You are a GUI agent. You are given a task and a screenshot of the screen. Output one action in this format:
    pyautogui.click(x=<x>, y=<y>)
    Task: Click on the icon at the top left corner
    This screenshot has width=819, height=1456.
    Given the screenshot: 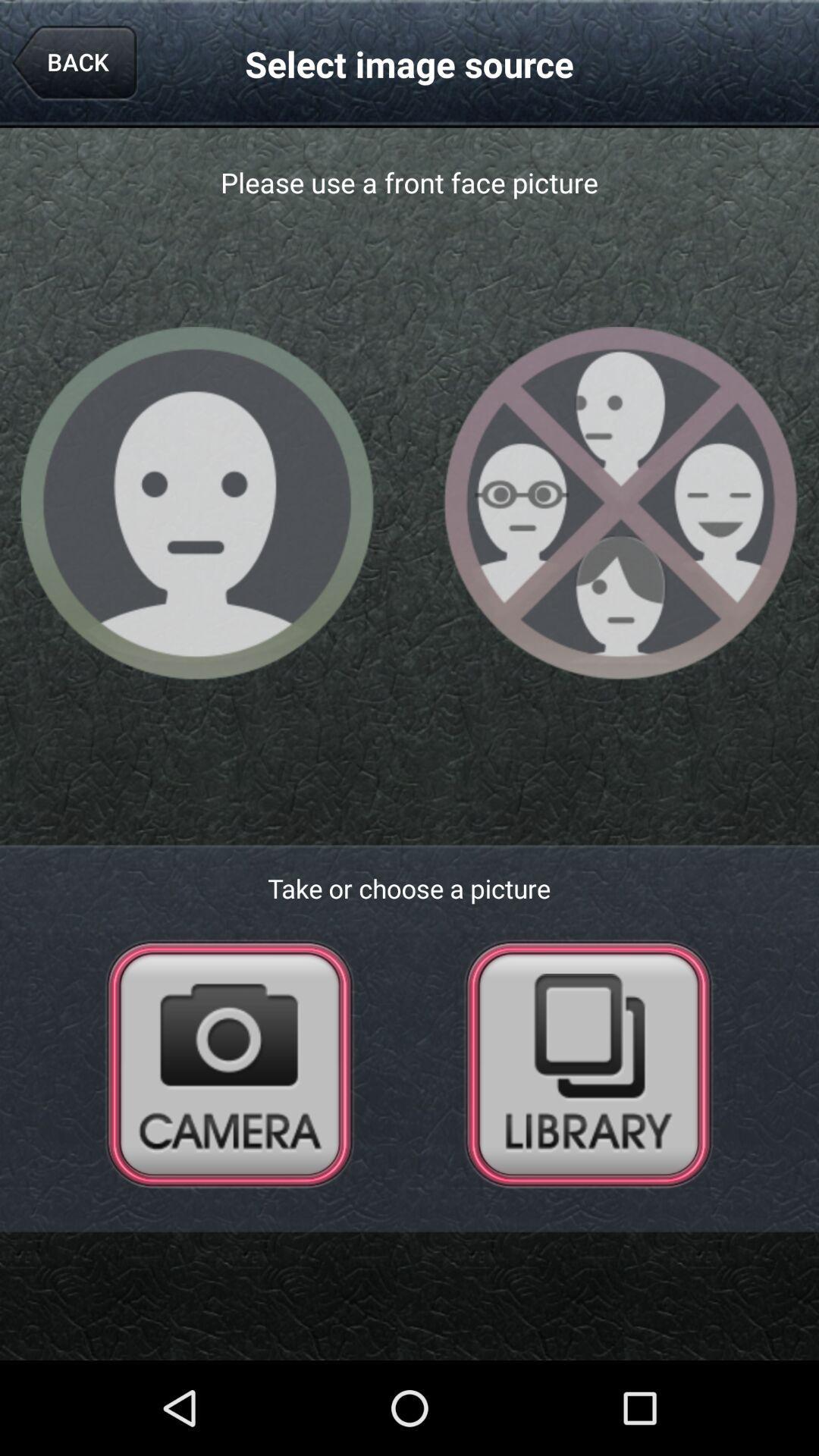 What is the action you would take?
    pyautogui.click(x=74, y=63)
    